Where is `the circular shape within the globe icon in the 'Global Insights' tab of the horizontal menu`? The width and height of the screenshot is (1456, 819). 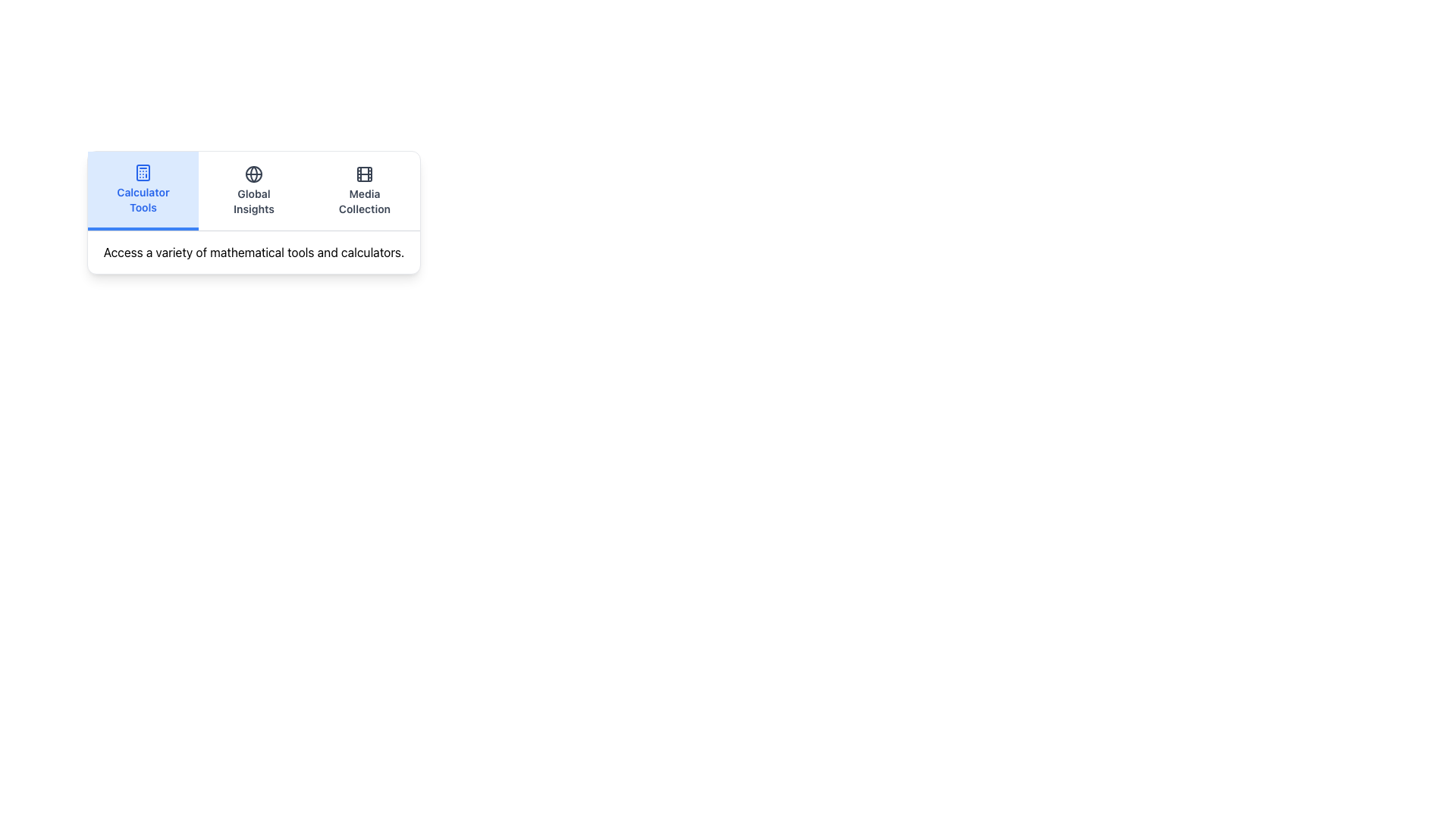
the circular shape within the globe icon in the 'Global Insights' tab of the horizontal menu is located at coordinates (254, 174).